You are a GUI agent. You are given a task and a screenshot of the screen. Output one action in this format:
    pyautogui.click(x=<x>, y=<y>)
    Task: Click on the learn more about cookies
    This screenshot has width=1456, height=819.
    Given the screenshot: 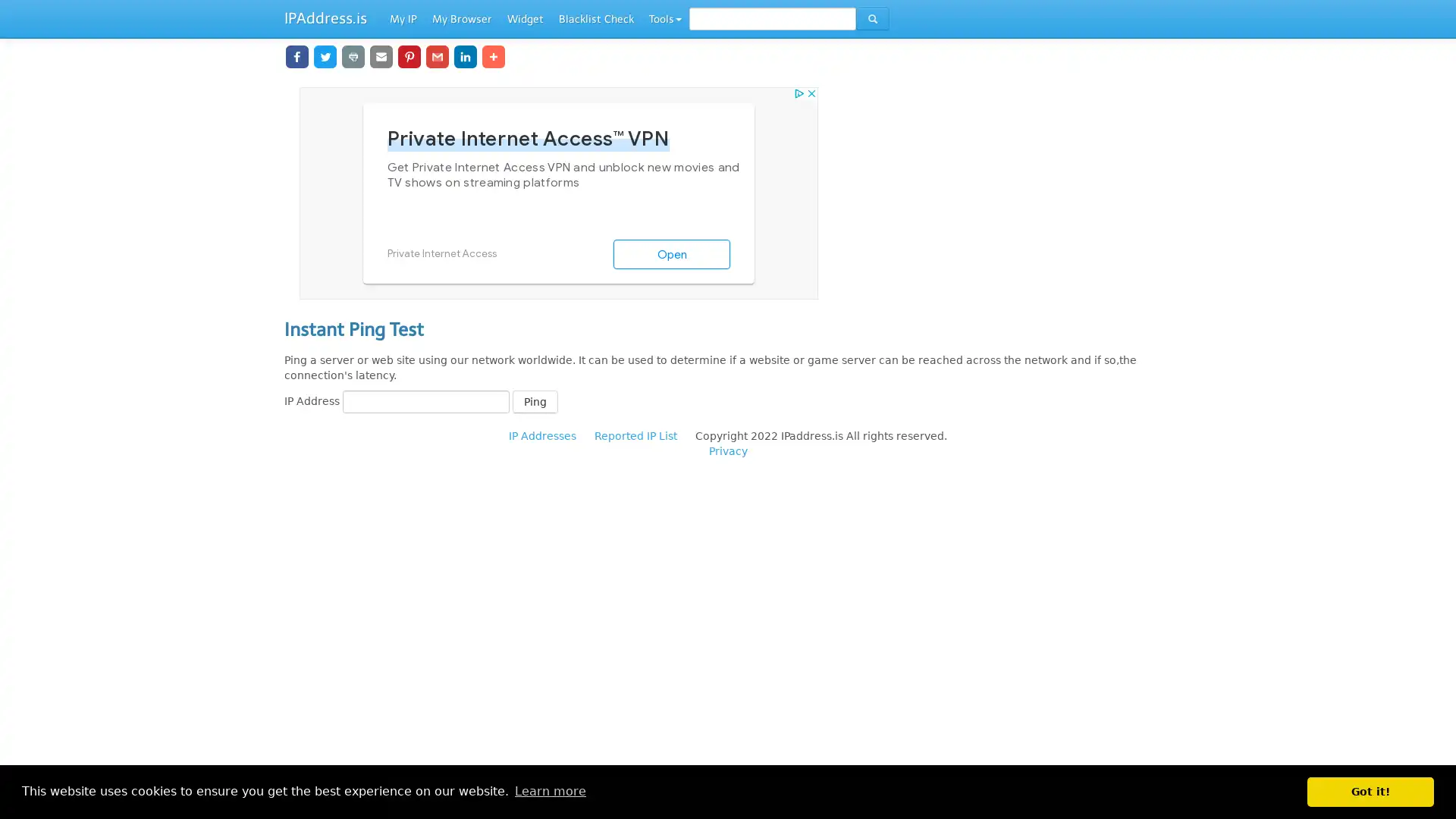 What is the action you would take?
    pyautogui.click(x=549, y=791)
    